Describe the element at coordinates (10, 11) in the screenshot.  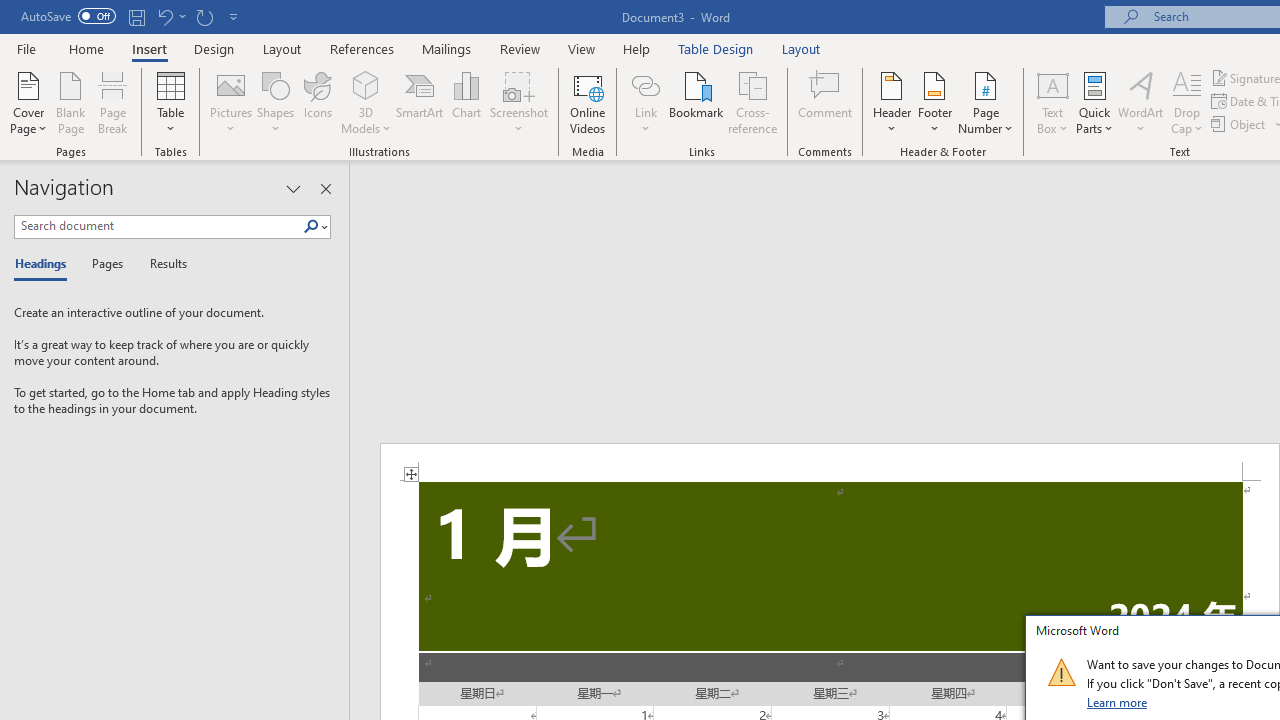
I see `'System'` at that location.